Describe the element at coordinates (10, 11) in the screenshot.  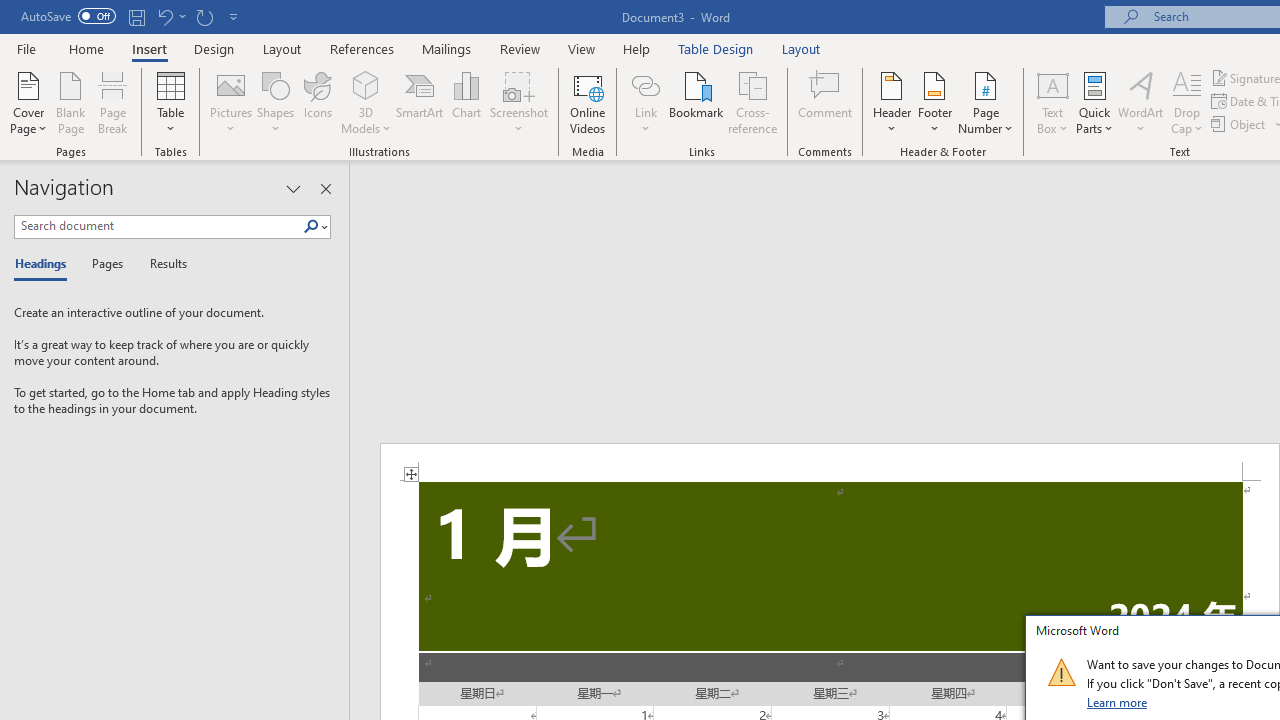
I see `'System'` at that location.